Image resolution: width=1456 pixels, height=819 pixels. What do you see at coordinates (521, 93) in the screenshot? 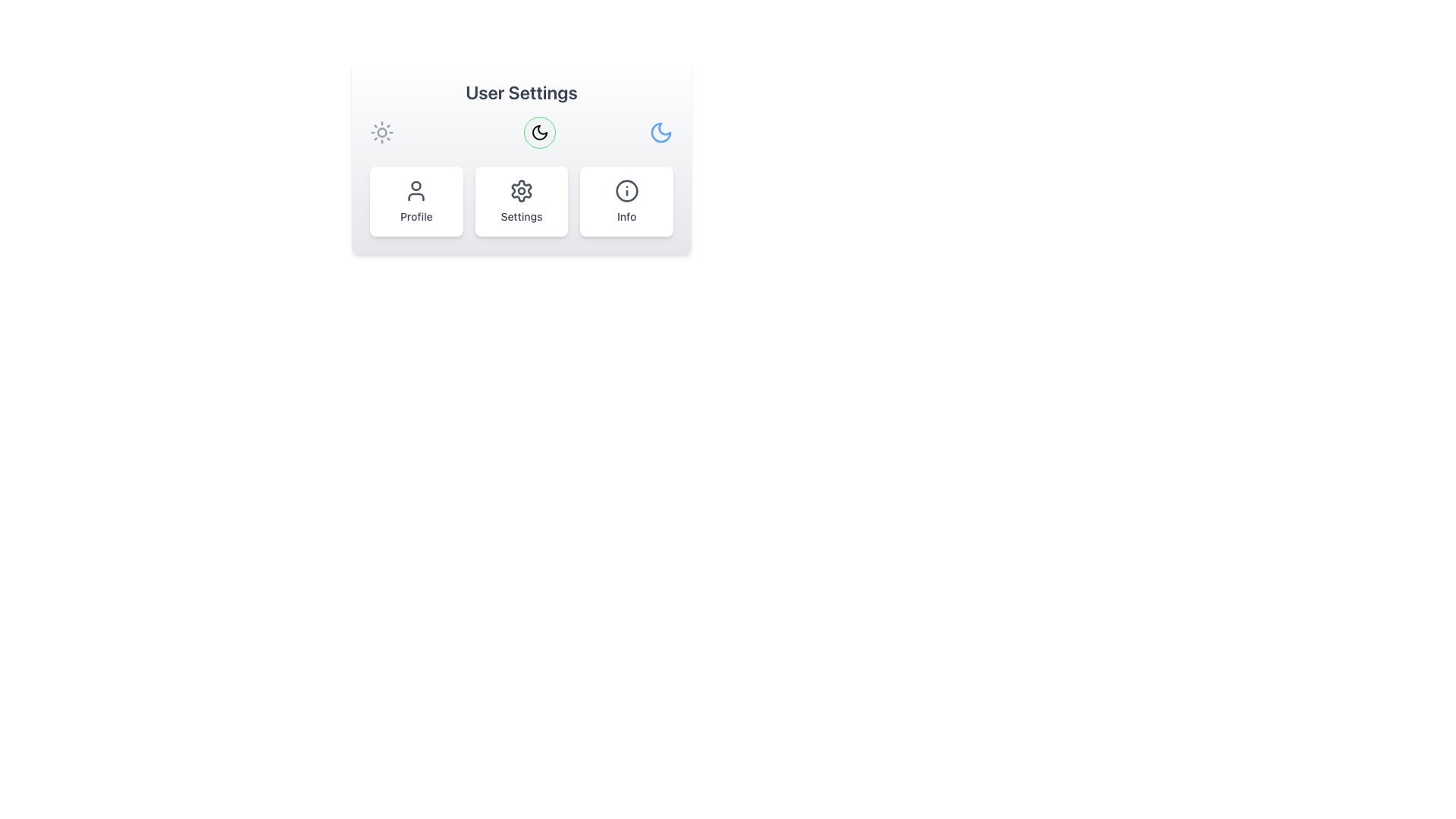
I see `the Static Text that serves as a descriptive header for the user settings section, positioned centrally at the top above other elements` at bounding box center [521, 93].